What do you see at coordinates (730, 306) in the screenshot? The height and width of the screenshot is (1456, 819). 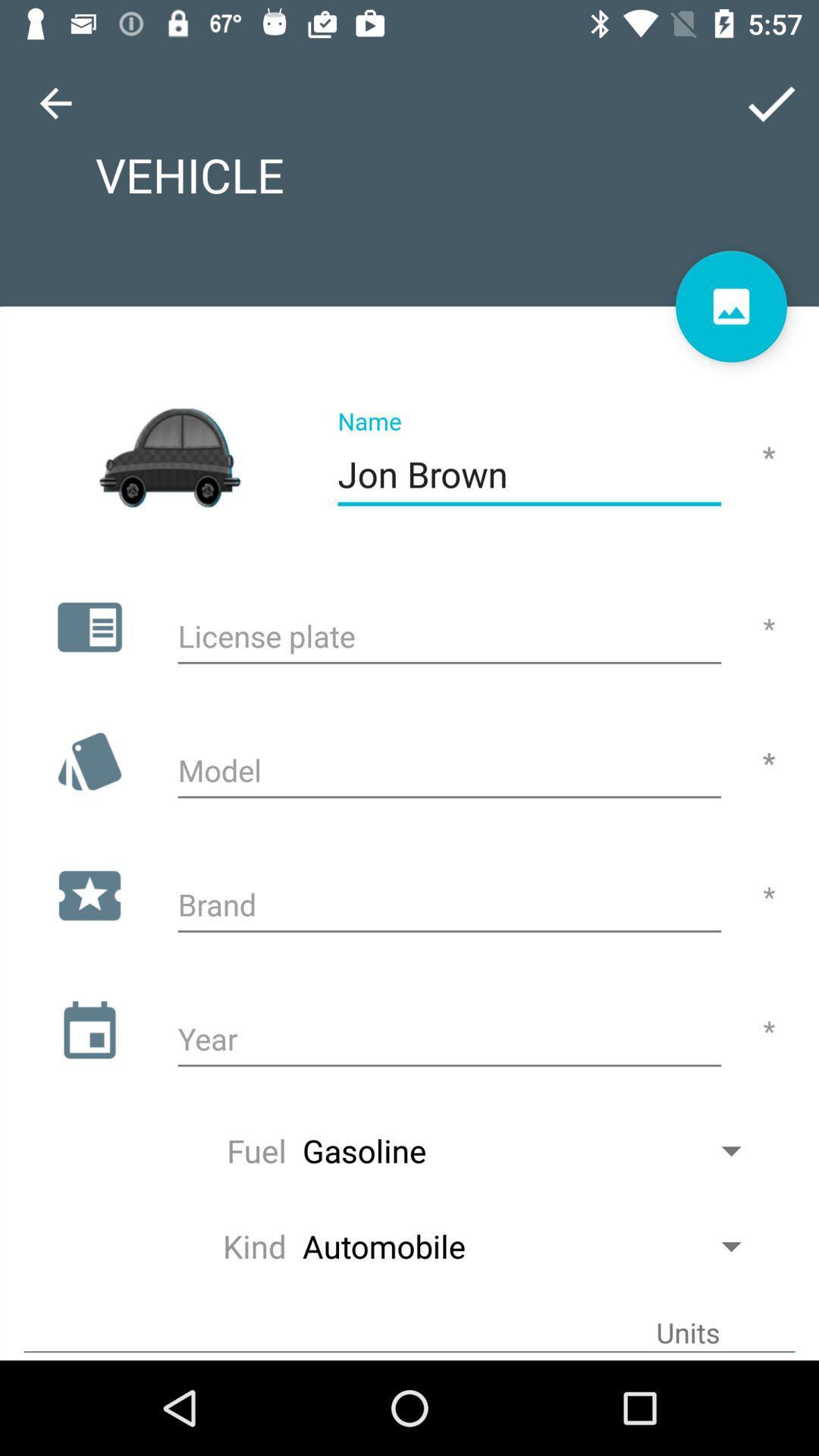 I see `the wallpaper icon` at bounding box center [730, 306].